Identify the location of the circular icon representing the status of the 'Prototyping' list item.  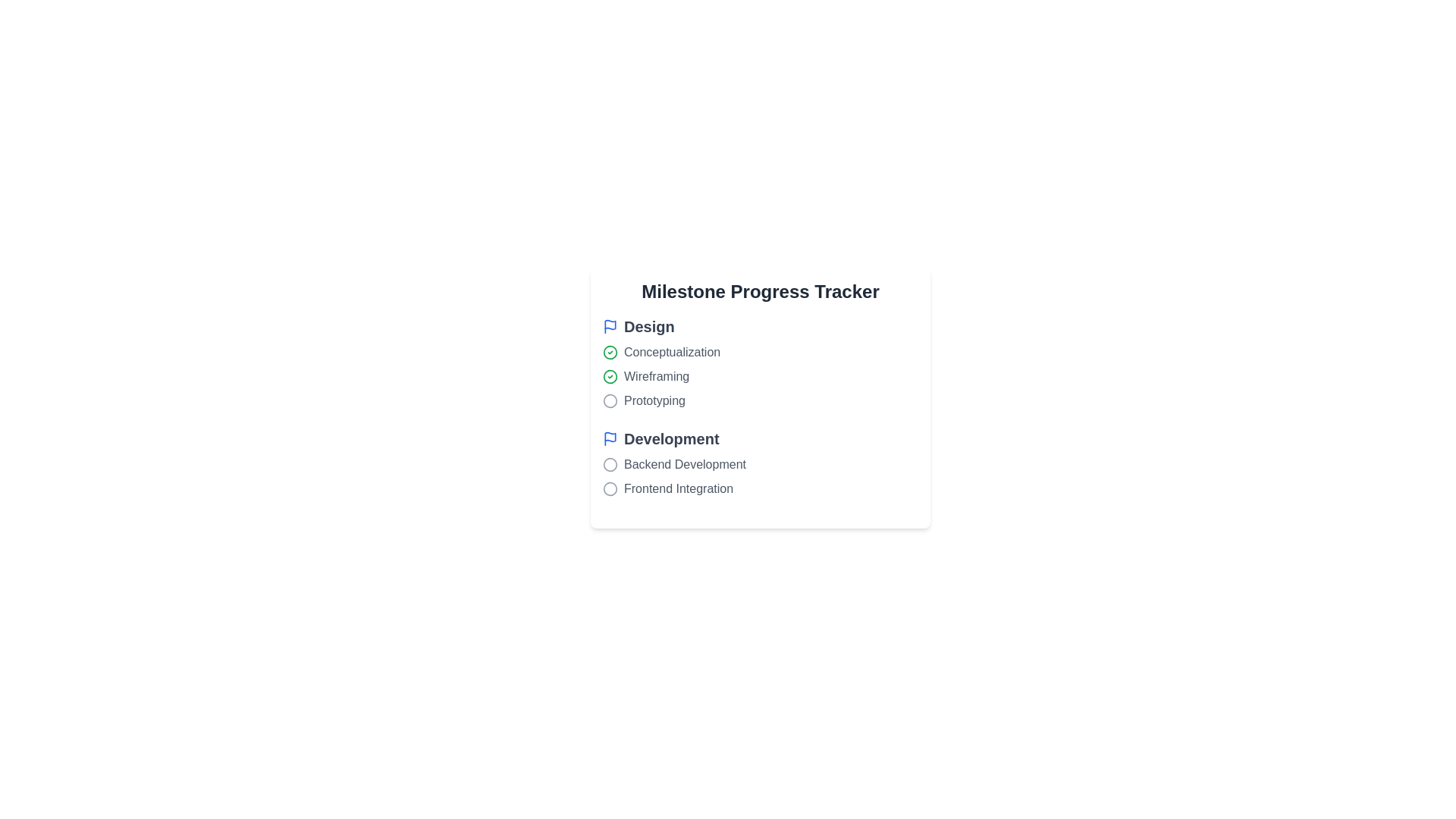
(610, 400).